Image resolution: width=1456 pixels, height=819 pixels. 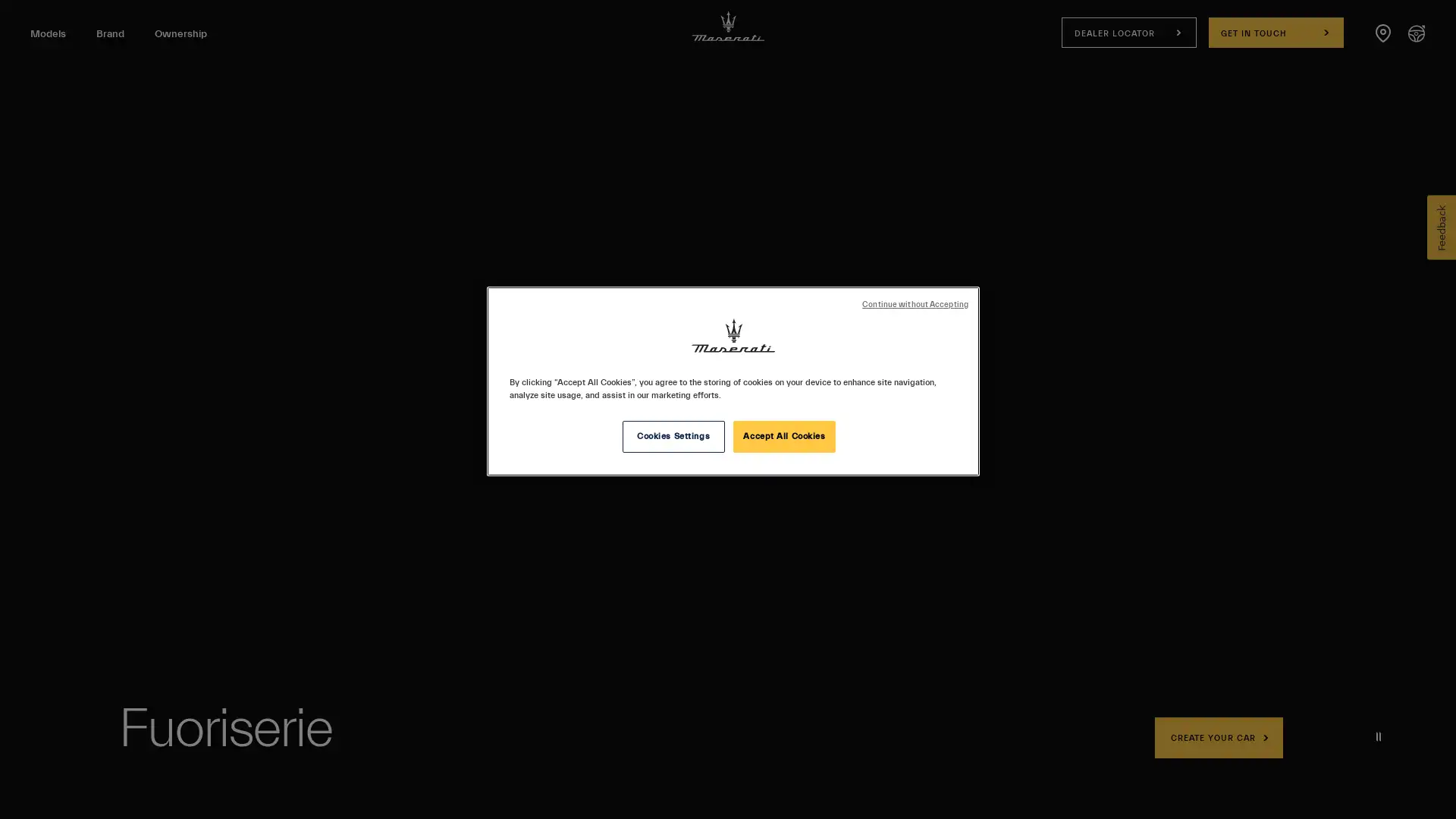 I want to click on Continue without Accepting, so click(x=914, y=305).